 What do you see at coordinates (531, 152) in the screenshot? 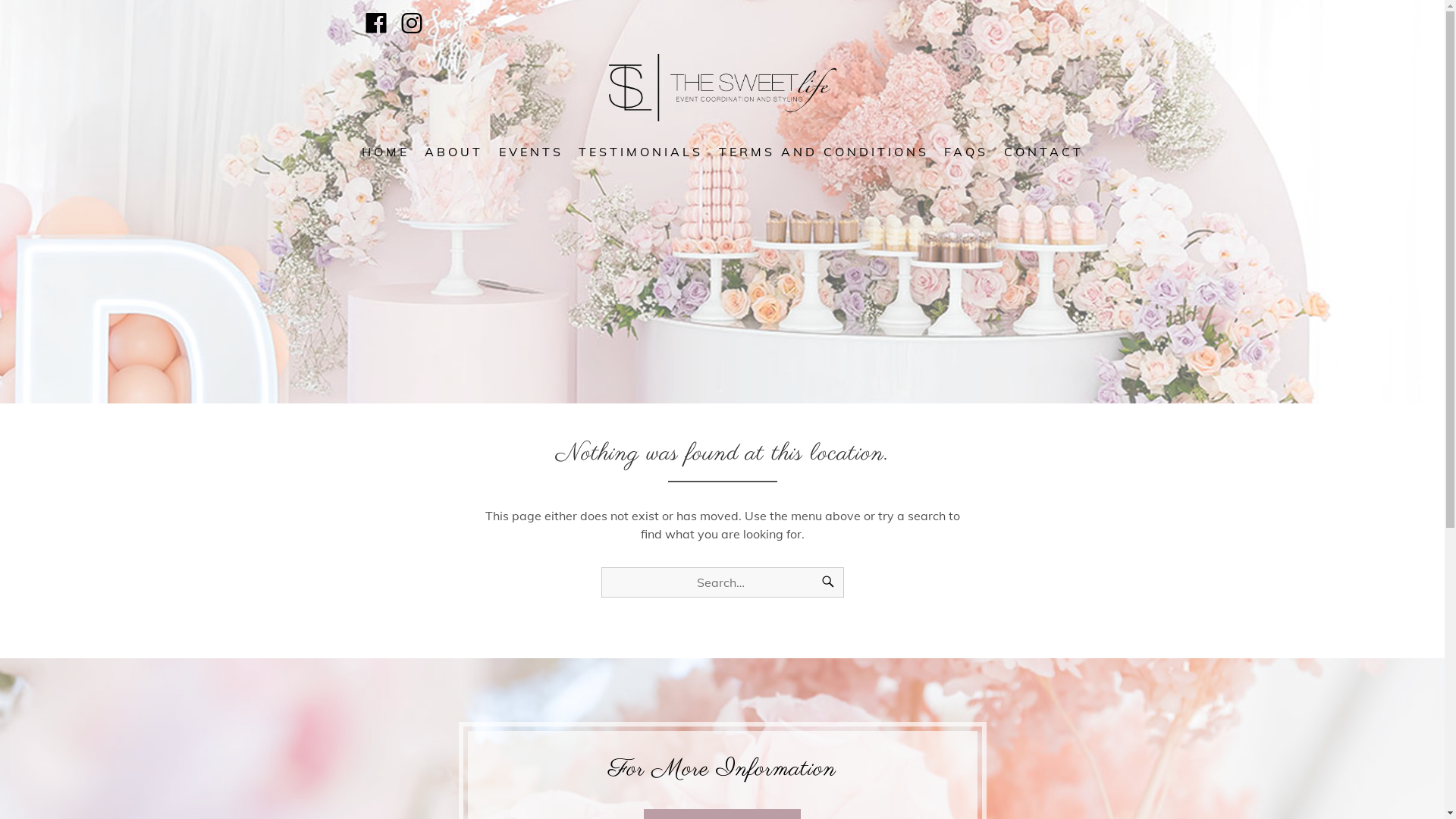
I see `'EVENTS'` at bounding box center [531, 152].